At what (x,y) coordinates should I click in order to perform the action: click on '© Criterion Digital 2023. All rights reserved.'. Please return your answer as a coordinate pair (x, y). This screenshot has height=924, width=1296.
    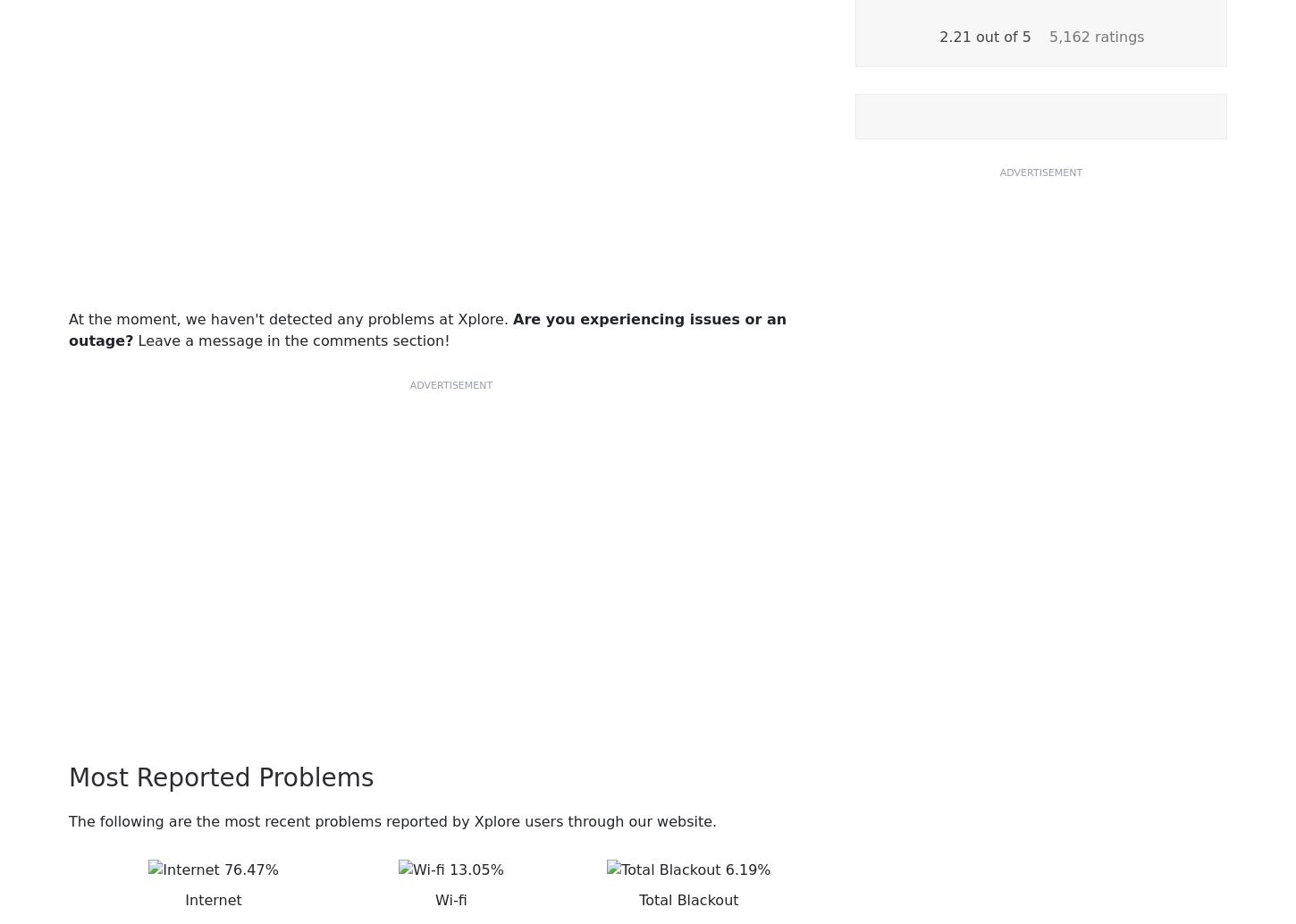
    Looking at the image, I should click on (646, 848).